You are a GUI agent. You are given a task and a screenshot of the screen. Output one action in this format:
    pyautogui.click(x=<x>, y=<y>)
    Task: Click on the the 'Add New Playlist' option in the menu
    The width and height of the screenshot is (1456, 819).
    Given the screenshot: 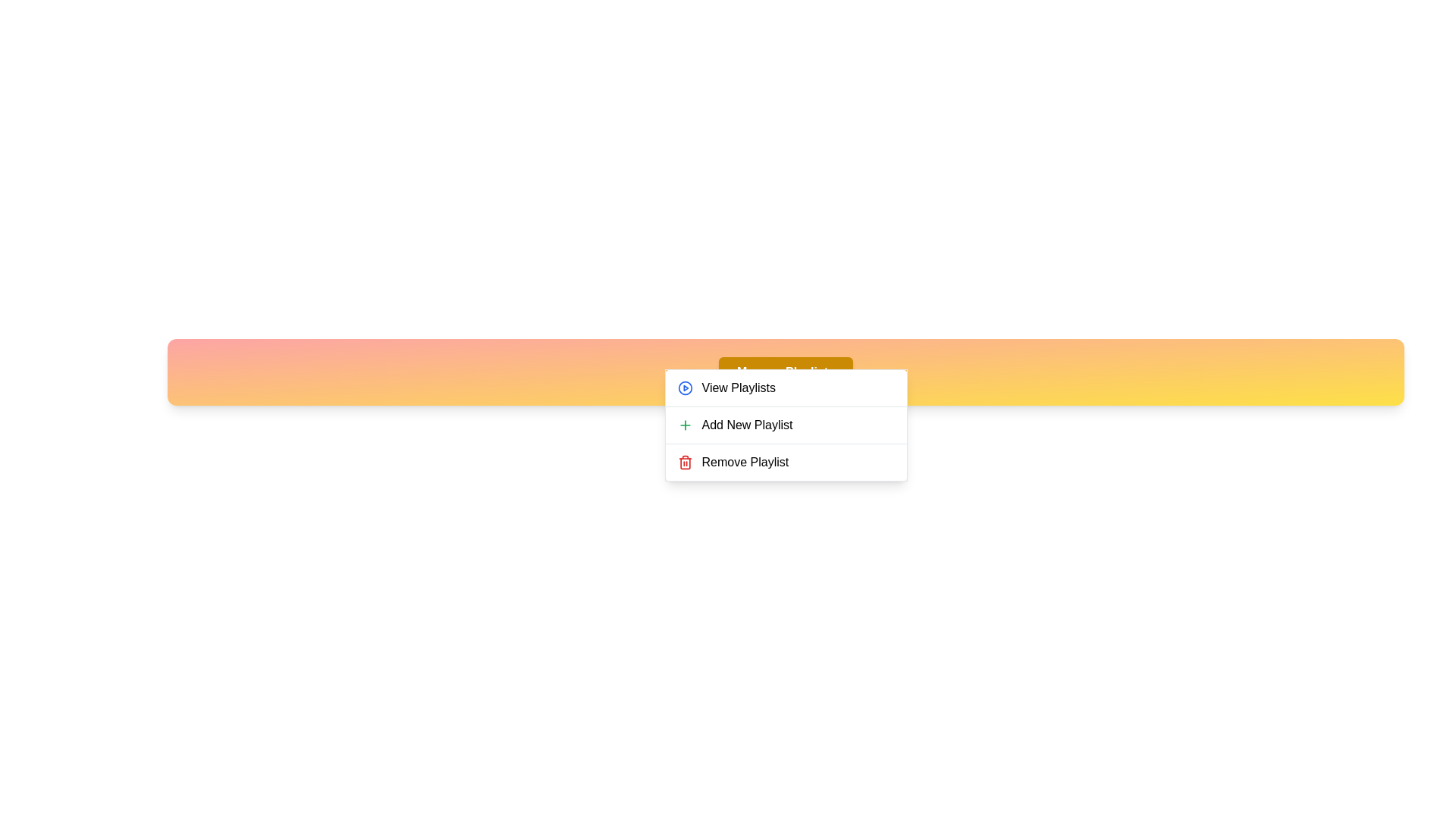 What is the action you would take?
    pyautogui.click(x=786, y=425)
    